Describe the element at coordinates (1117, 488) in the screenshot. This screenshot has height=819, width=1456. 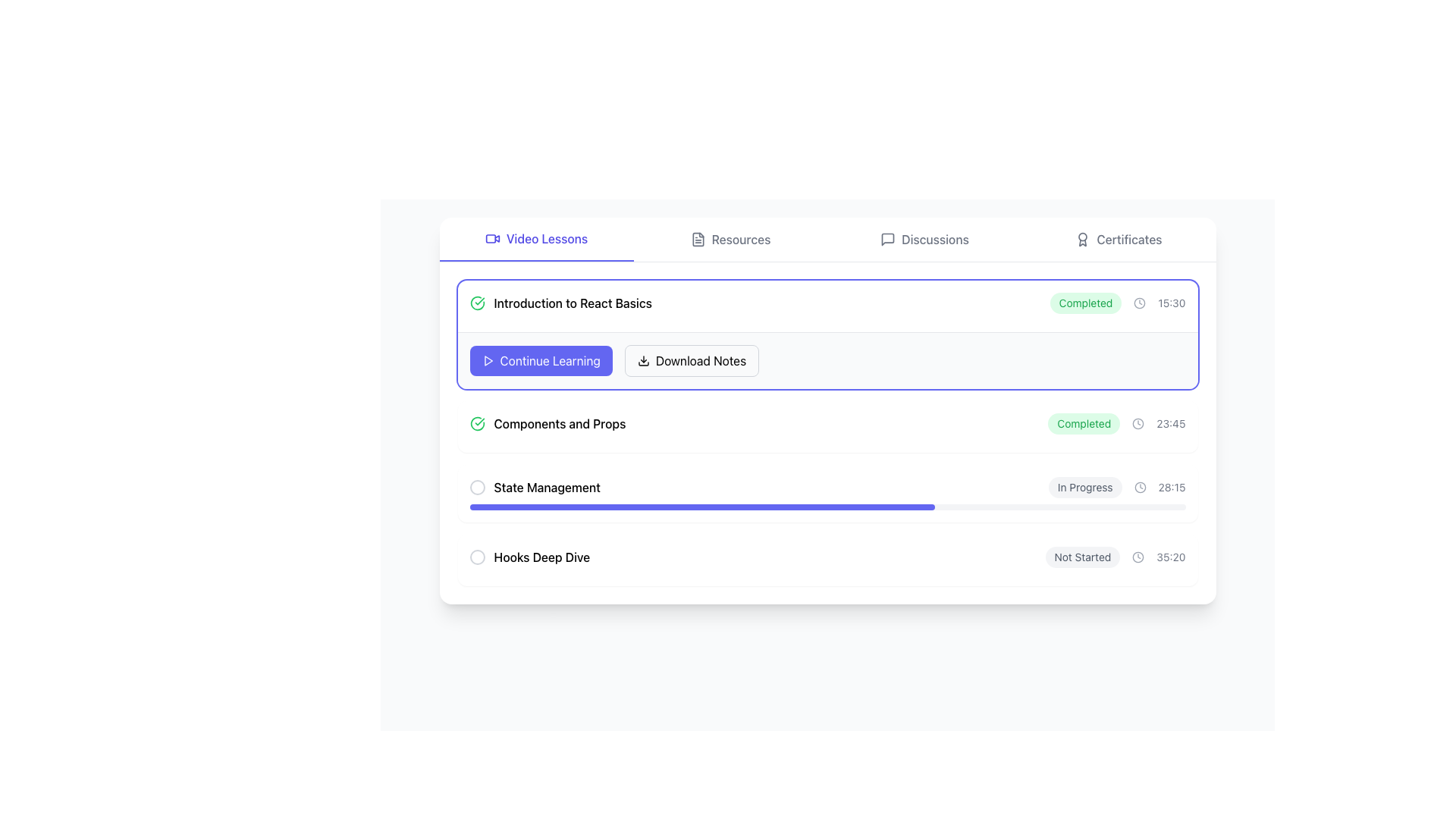
I see `the timestamp '28:15' displayed in the Status indicator with the text 'In Progress', which is located in the 'State Management' section, aligned to the right side of the section` at that location.